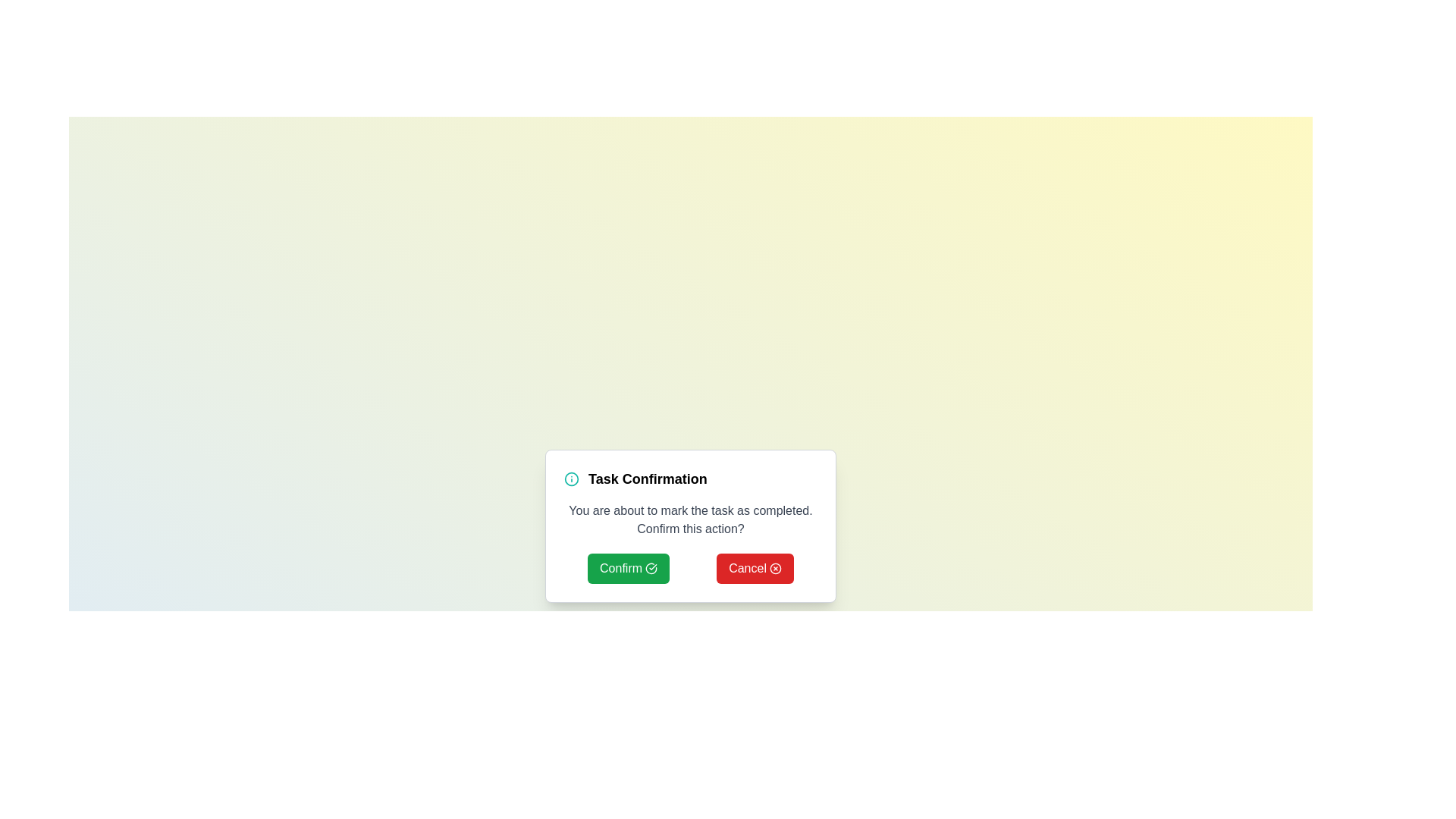  What do you see at coordinates (570, 479) in the screenshot?
I see `the outermost circular part of the SVG icon that represents an information or alert symbol in the 'Task Confirmation' dialog box, located to the left of the title text` at bounding box center [570, 479].